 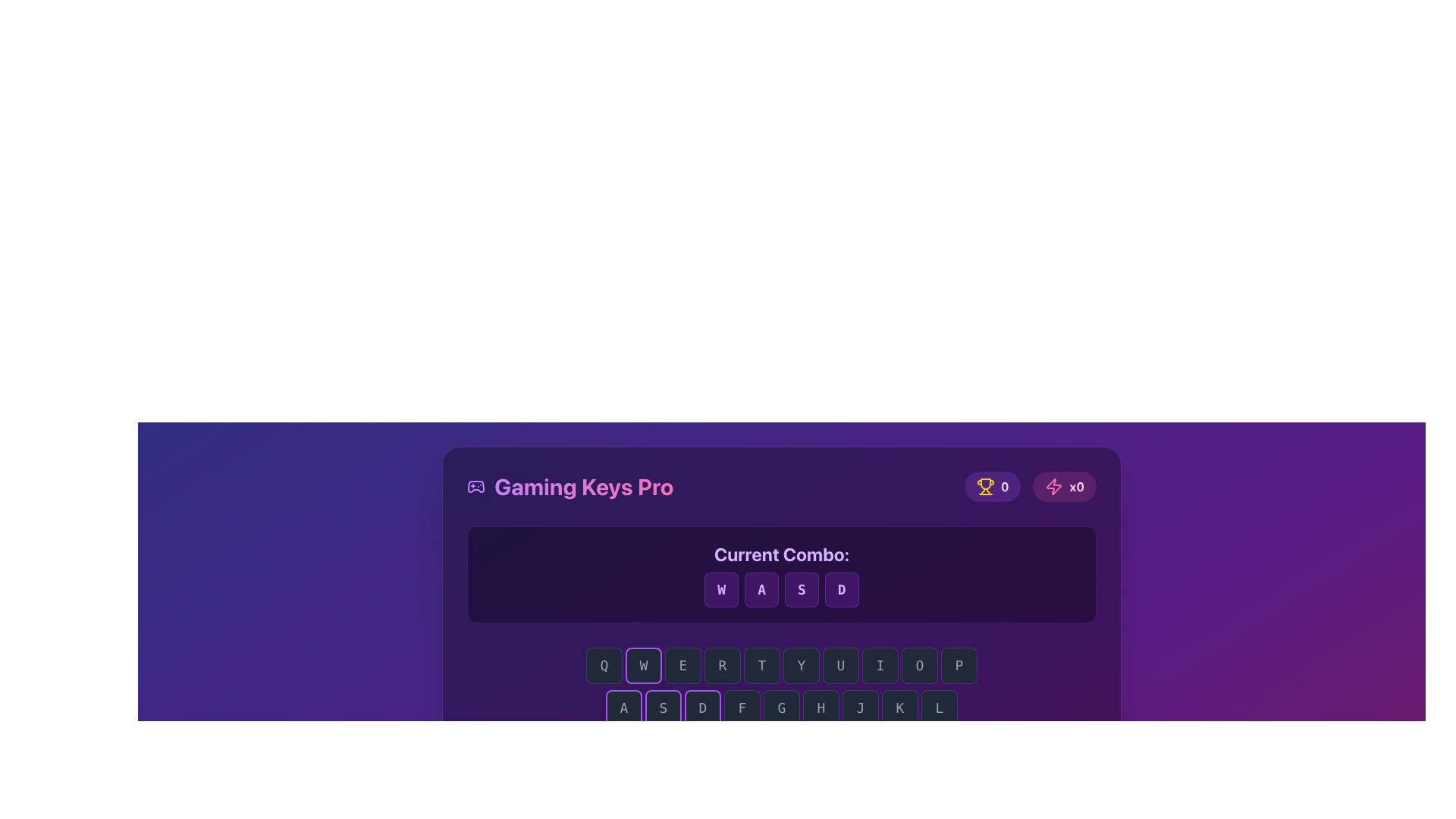 I want to click on the lightning-themed icon, which is the leftmost of three items in a rounded rectangular group, likely serving as a visual indicator or counter, so click(x=1053, y=486).